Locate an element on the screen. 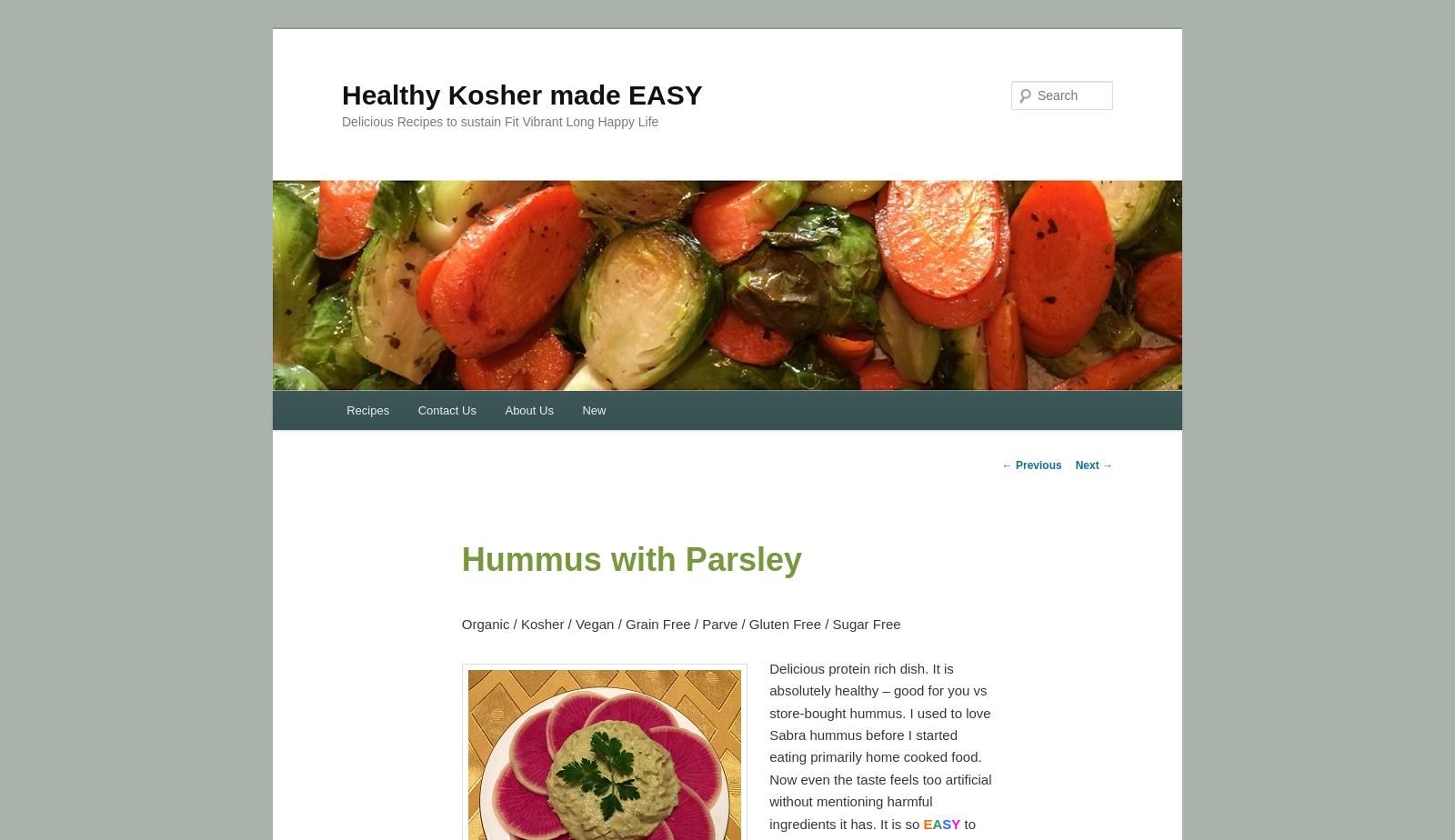  'E' is located at coordinates (927, 823).